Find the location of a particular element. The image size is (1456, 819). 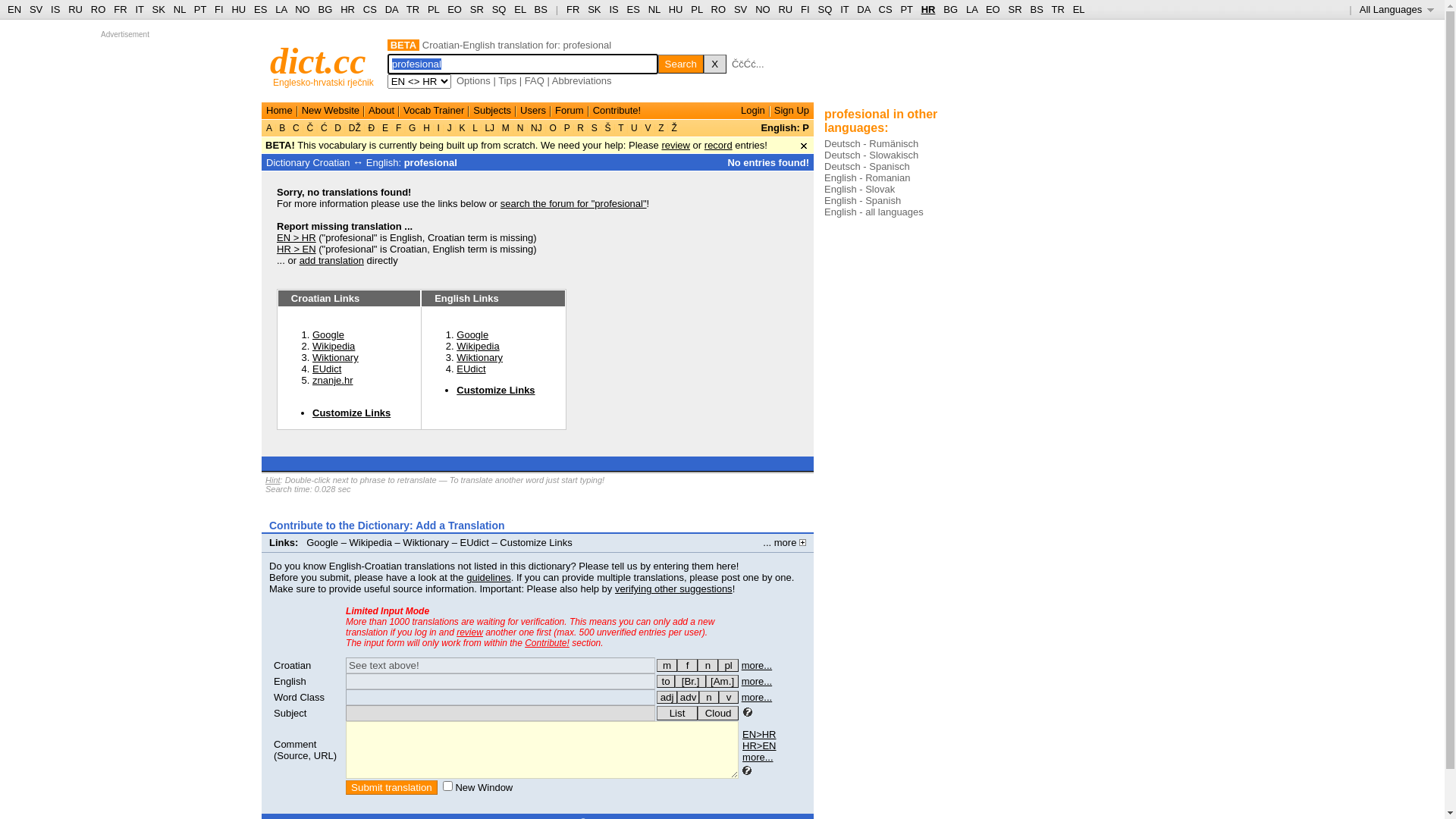

'Search' is located at coordinates (679, 63).